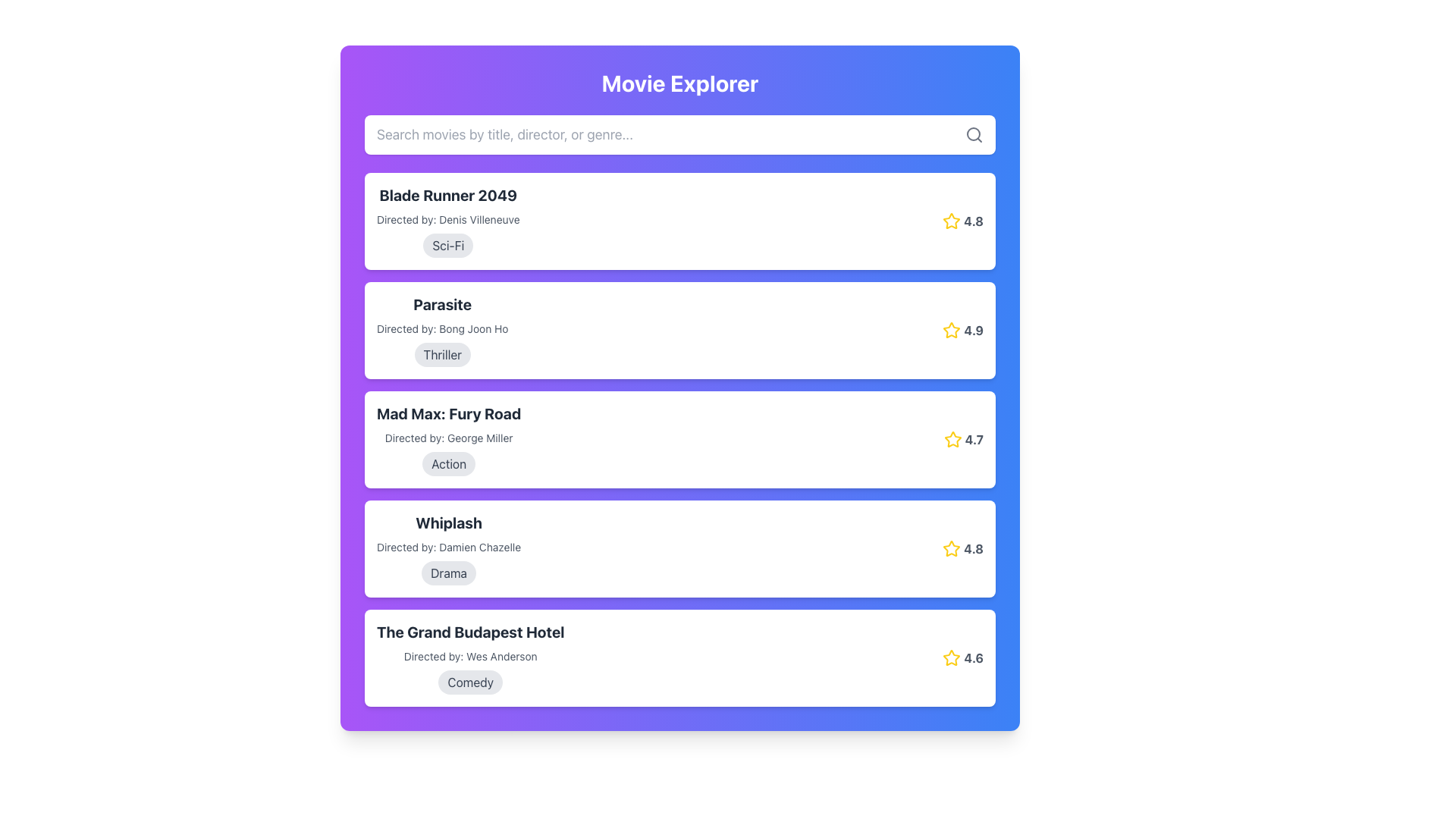 Image resolution: width=1456 pixels, height=819 pixels. What do you see at coordinates (974, 133) in the screenshot?
I see `the magnifying glass icon located at the right edge of the search input field, which visually indicates the search functionality` at bounding box center [974, 133].